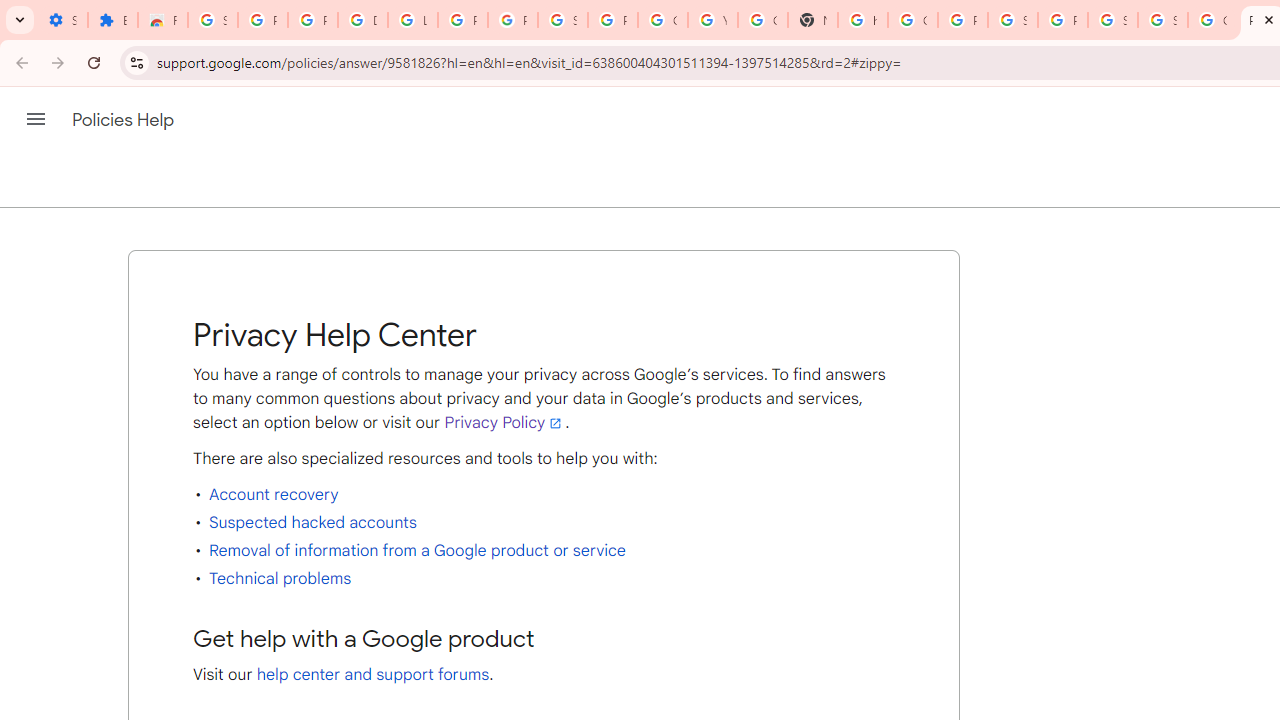 This screenshot has width=1280, height=720. I want to click on 'Account recovery', so click(272, 495).